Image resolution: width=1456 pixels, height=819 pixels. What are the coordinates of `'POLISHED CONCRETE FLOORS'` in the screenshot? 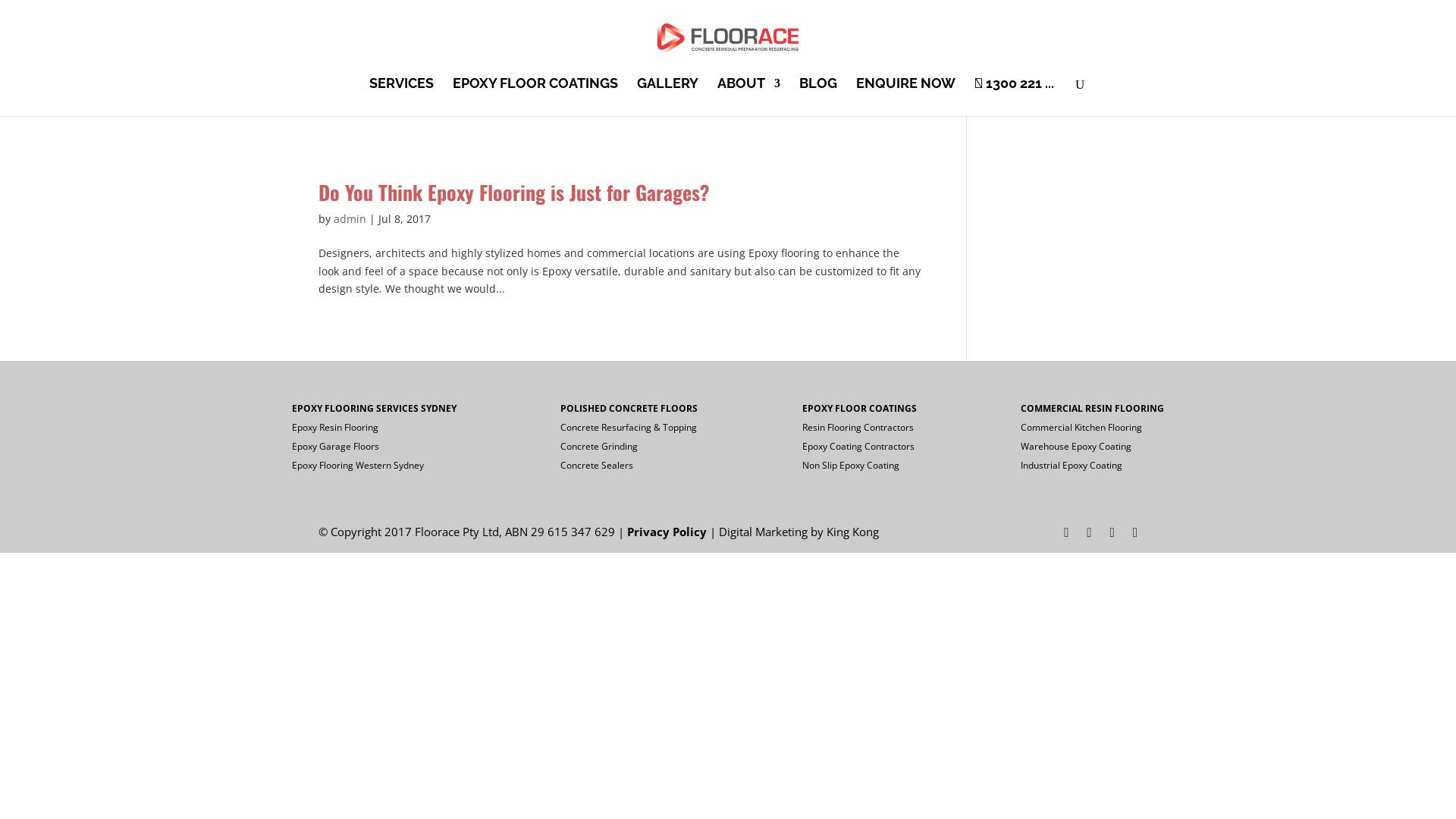 It's located at (560, 407).